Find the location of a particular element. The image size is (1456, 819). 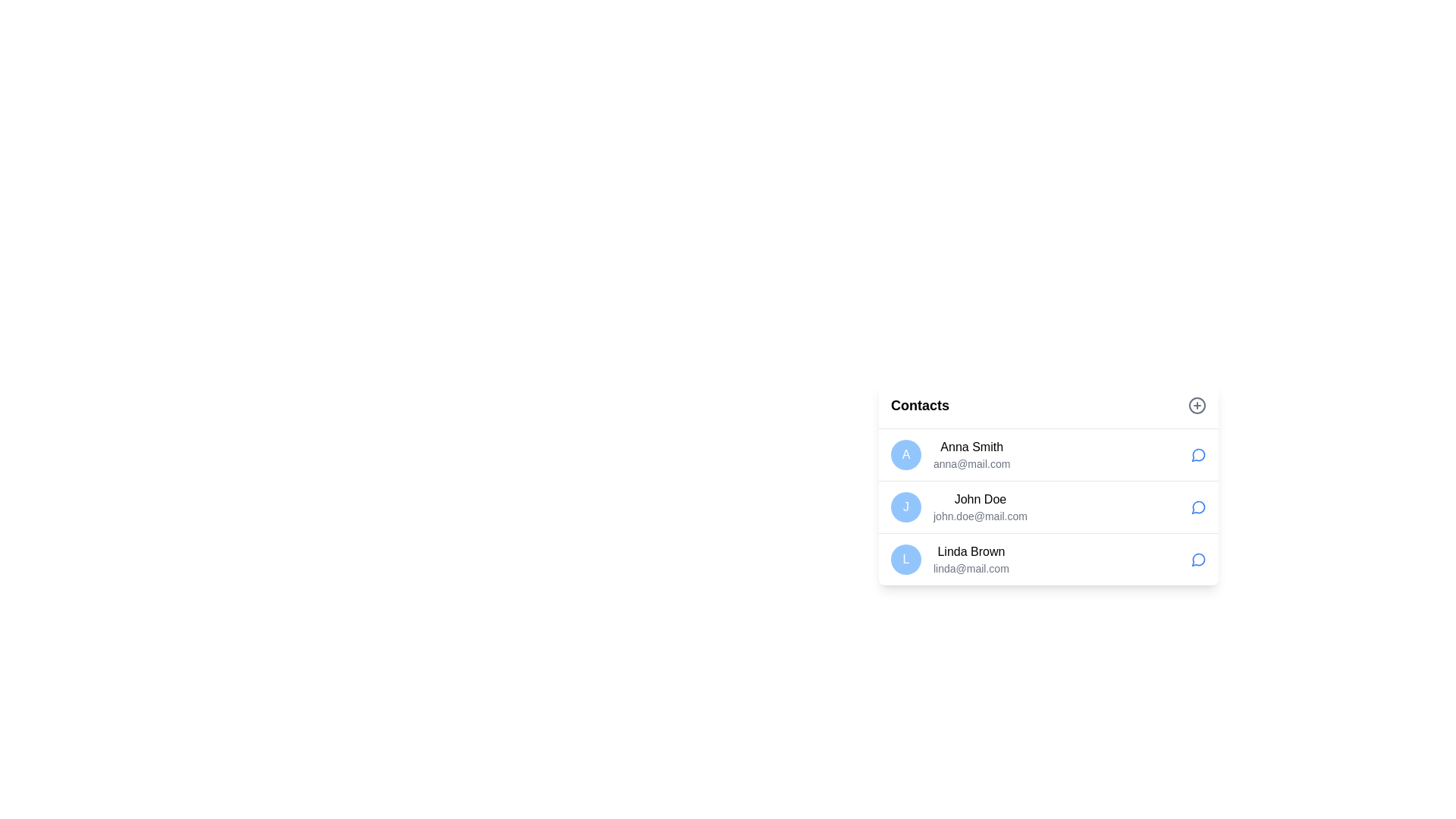

the second contact item in the list, which displays the contact's name and email, located between 'Anna Smith' and 'Linda Brown' is located at coordinates (1047, 507).